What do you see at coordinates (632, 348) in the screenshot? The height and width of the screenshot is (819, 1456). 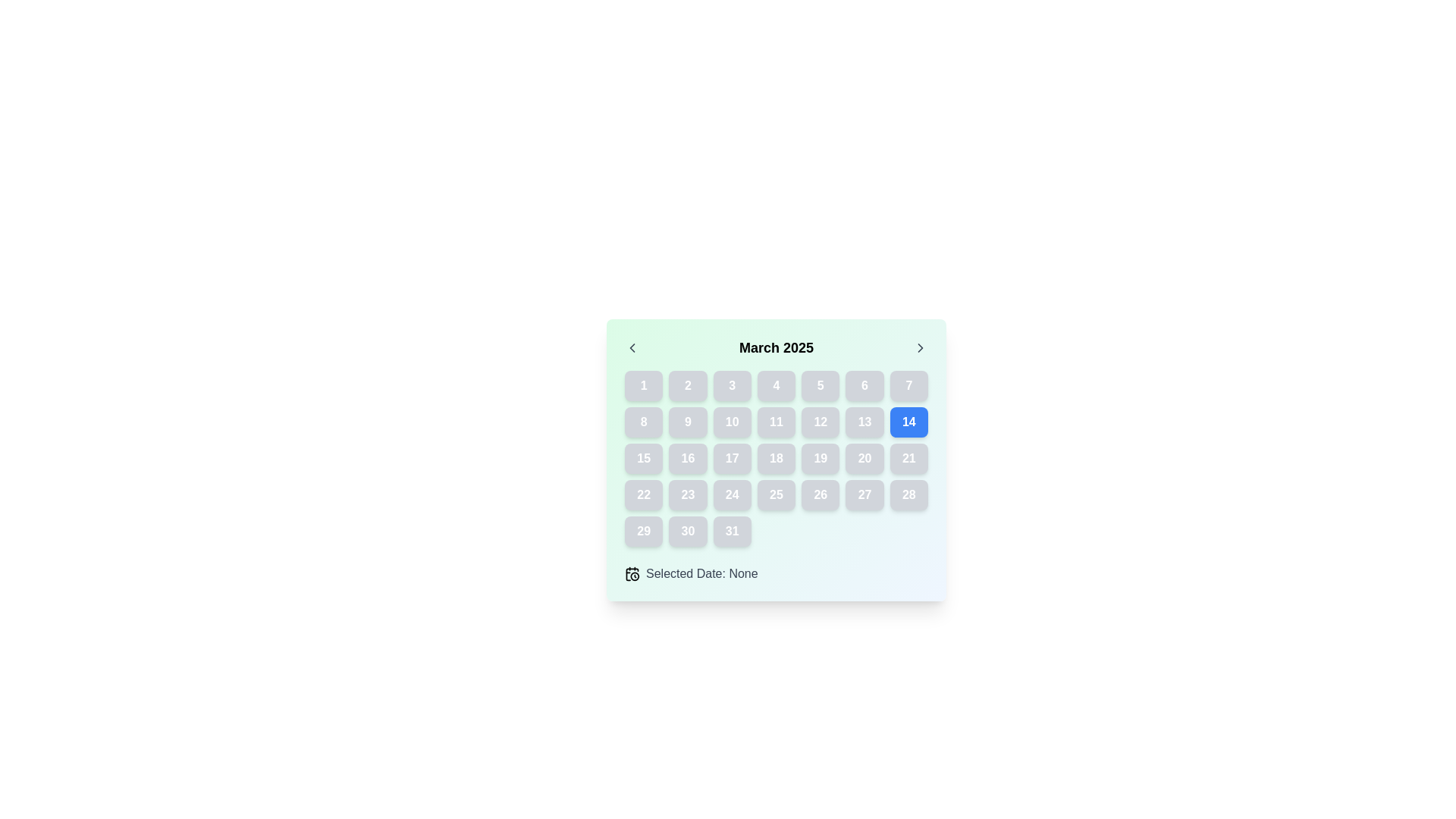 I see `the button on the left edge of the header bar` at bounding box center [632, 348].